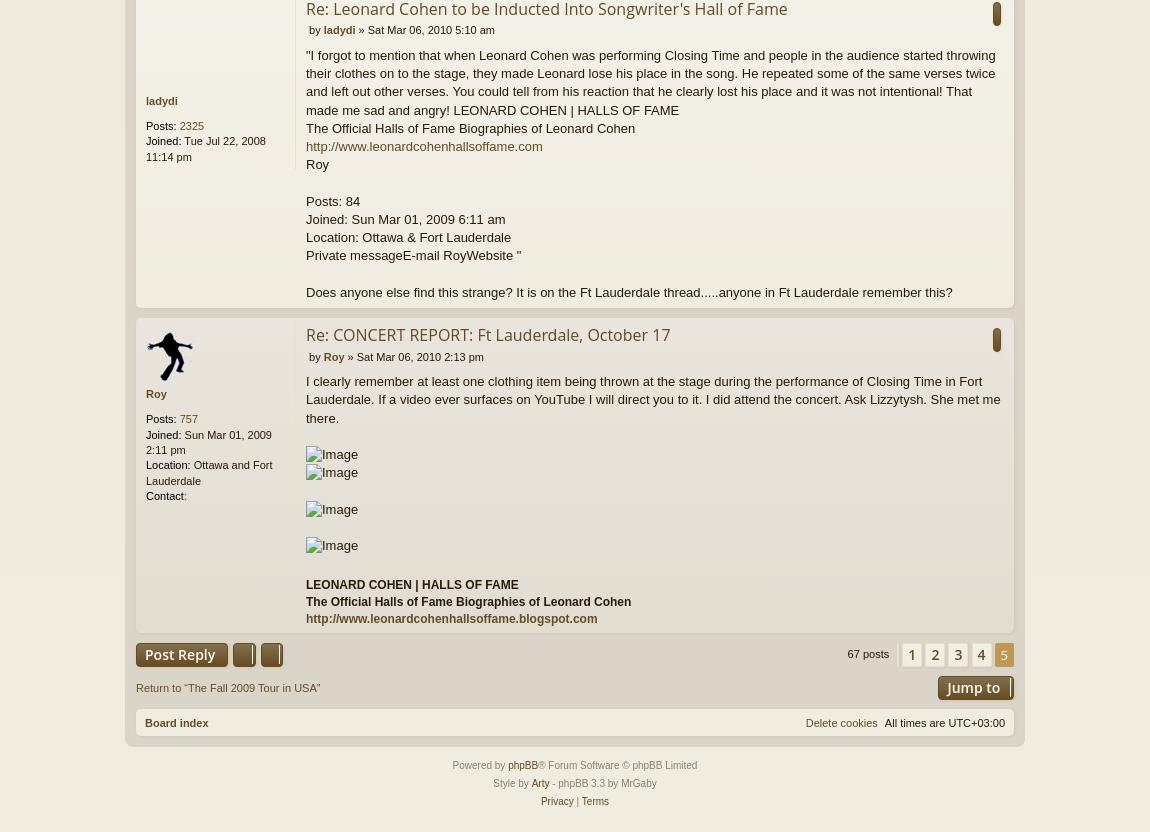 This screenshot has height=832, width=1150. What do you see at coordinates (973, 686) in the screenshot?
I see `'Jump to'` at bounding box center [973, 686].